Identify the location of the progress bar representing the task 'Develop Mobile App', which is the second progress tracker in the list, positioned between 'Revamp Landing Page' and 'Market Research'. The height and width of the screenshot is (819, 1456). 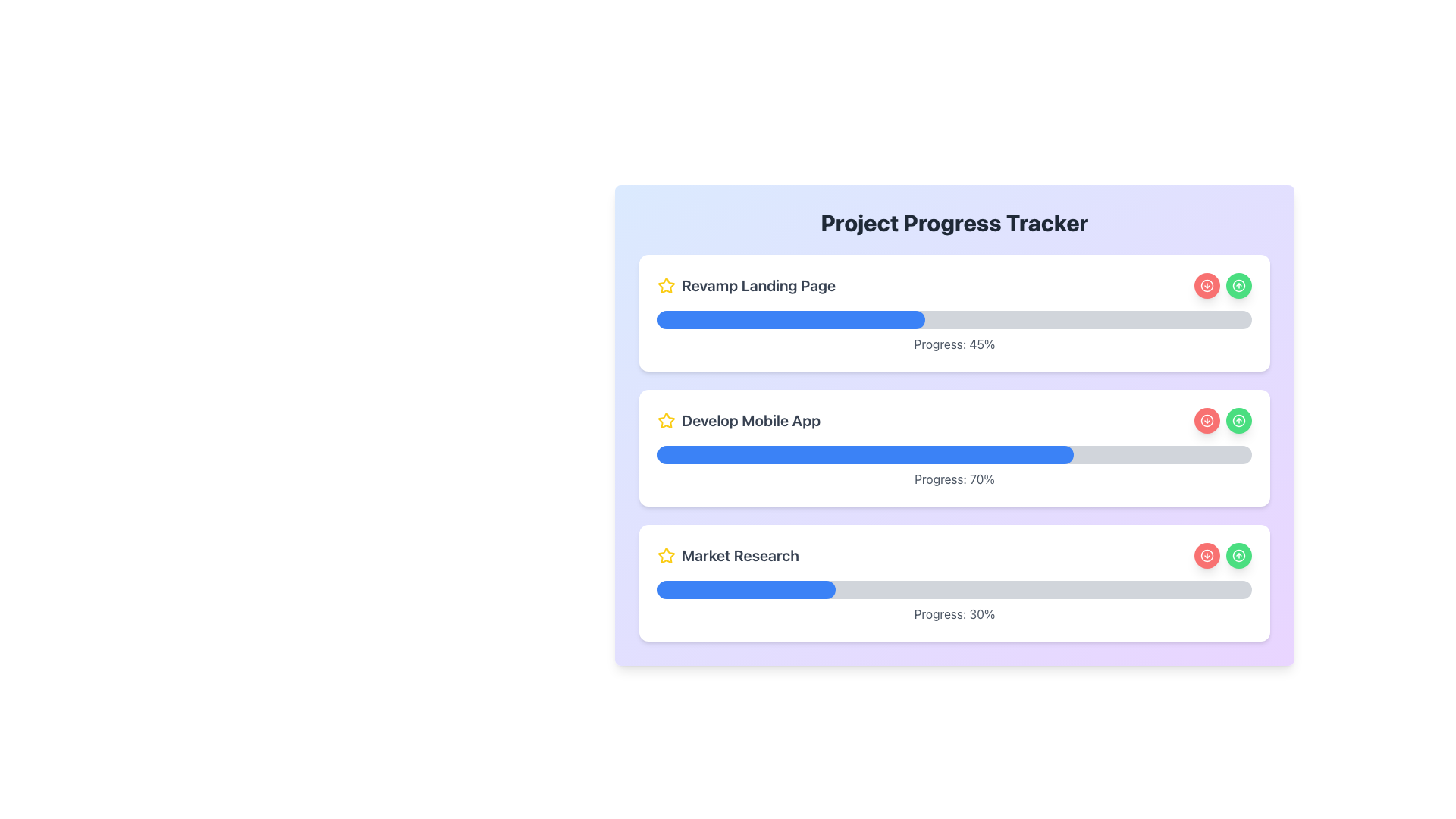
(865, 454).